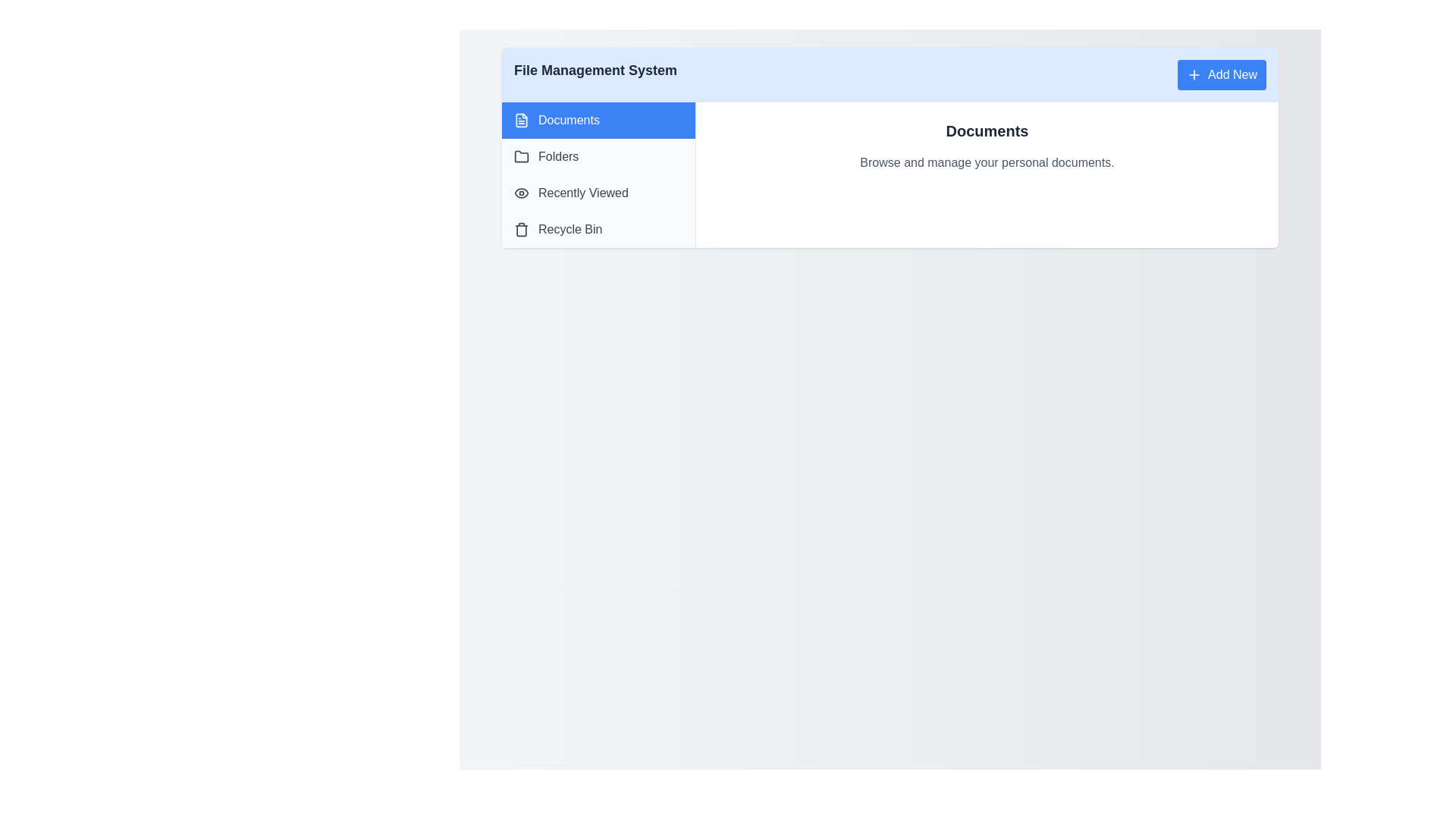 This screenshot has width=1456, height=819. What do you see at coordinates (521, 192) in the screenshot?
I see `the 'Recently Viewed' icon in the sidebar` at bounding box center [521, 192].